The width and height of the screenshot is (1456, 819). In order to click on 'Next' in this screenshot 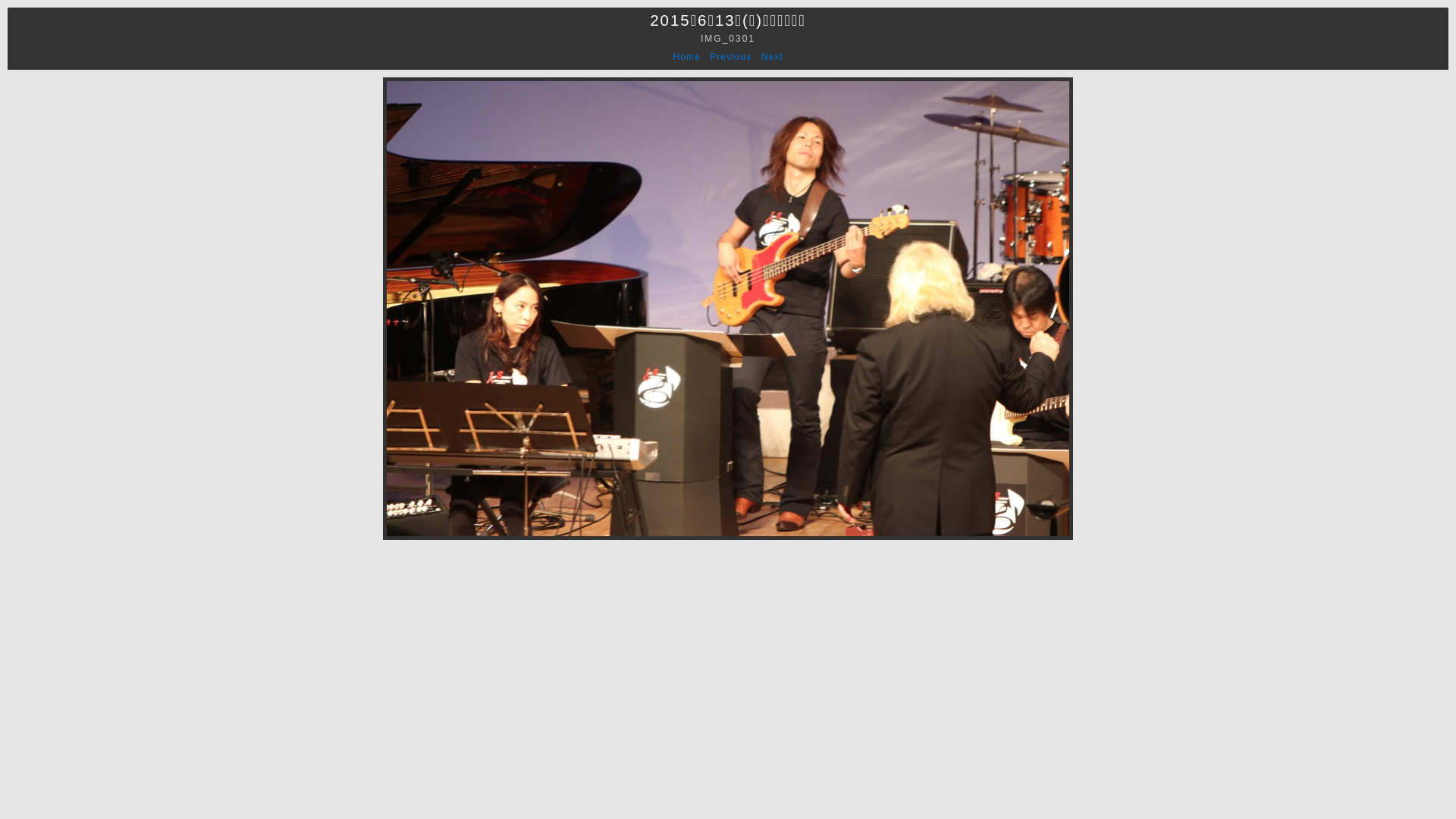, I will do `click(772, 55)`.